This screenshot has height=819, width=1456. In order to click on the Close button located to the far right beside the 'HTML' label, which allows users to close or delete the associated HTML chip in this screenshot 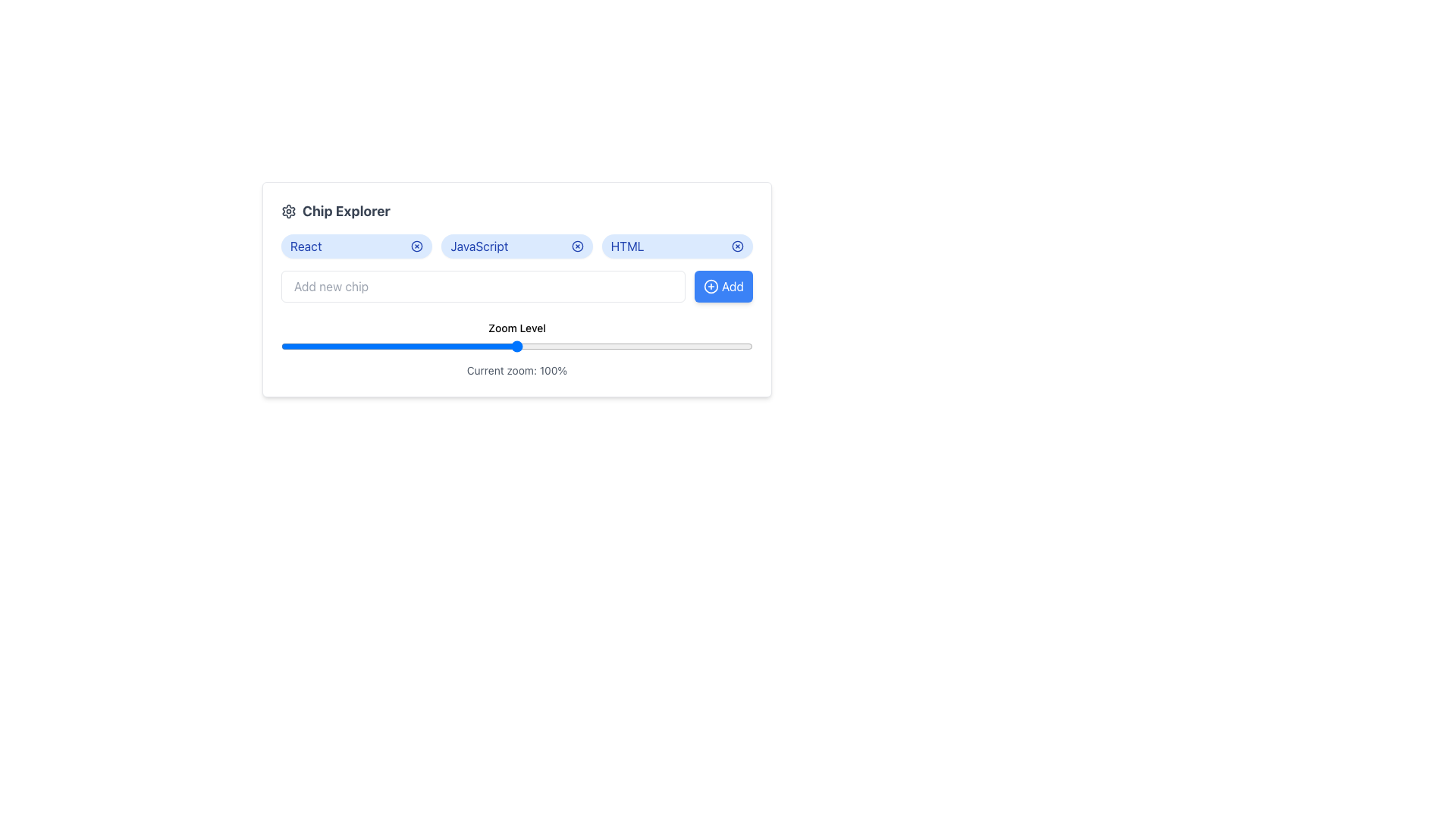, I will do `click(738, 245)`.